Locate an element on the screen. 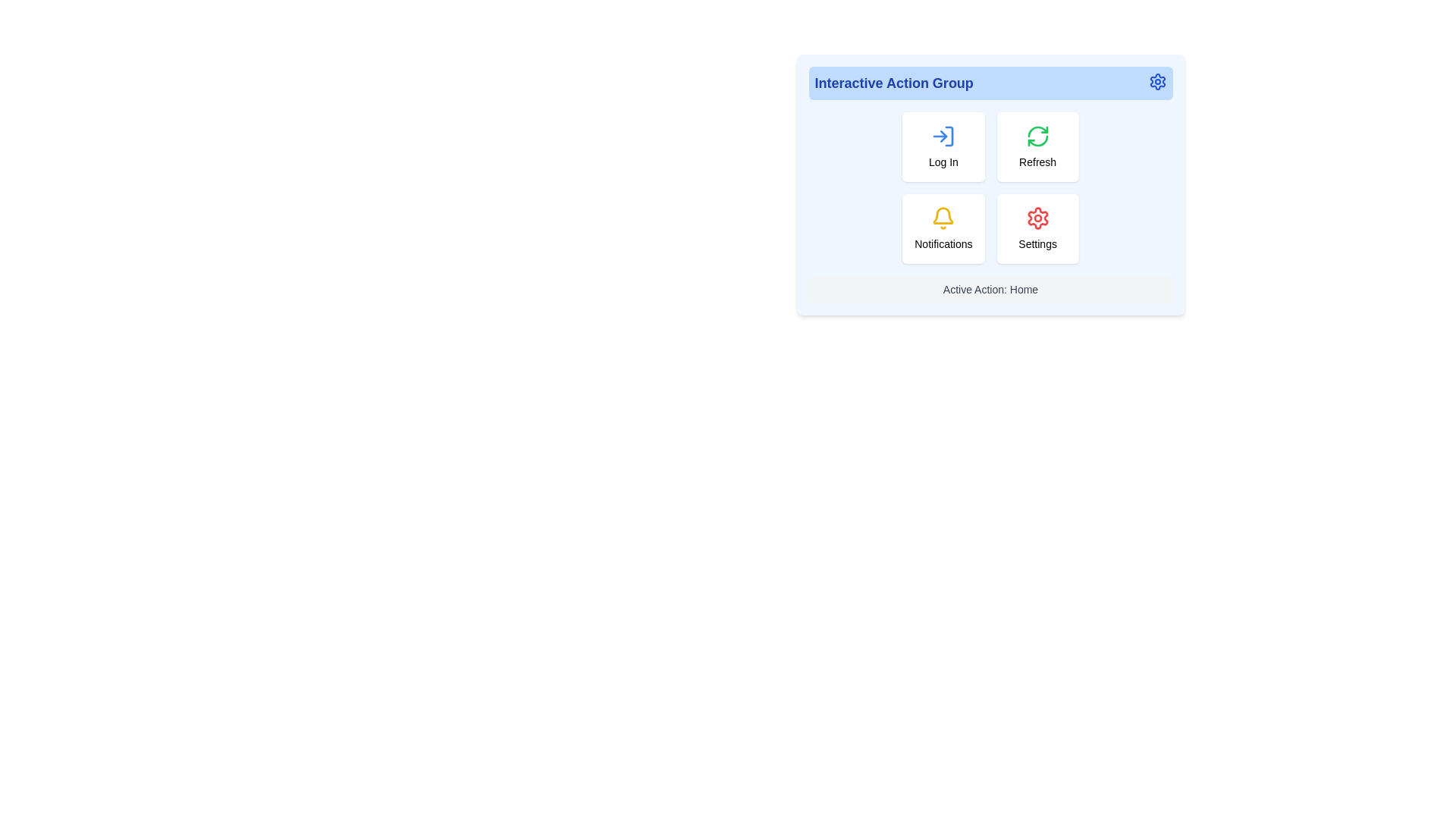  the bell icon located in the 'Notifications' card of the 'Interactive Action Group' panel is located at coordinates (943, 218).